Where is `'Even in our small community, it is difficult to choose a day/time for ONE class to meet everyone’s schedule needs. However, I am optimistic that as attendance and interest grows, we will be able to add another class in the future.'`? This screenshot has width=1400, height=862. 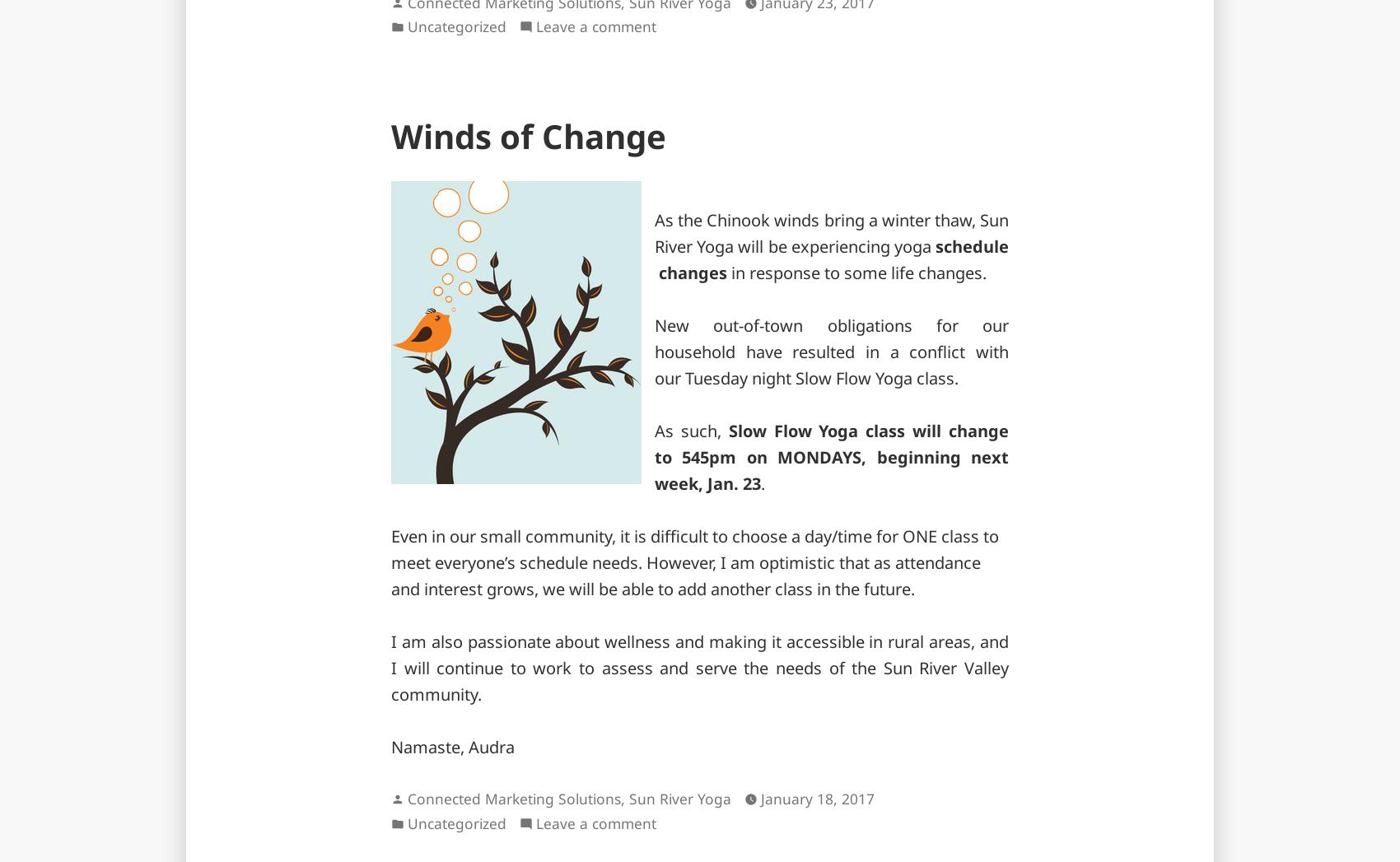 'Even in our small community, it is difficult to choose a day/time for ONE class to meet everyone’s schedule needs. However, I am optimistic that as attendance and interest grows, we will be able to add another class in the future.' is located at coordinates (694, 561).